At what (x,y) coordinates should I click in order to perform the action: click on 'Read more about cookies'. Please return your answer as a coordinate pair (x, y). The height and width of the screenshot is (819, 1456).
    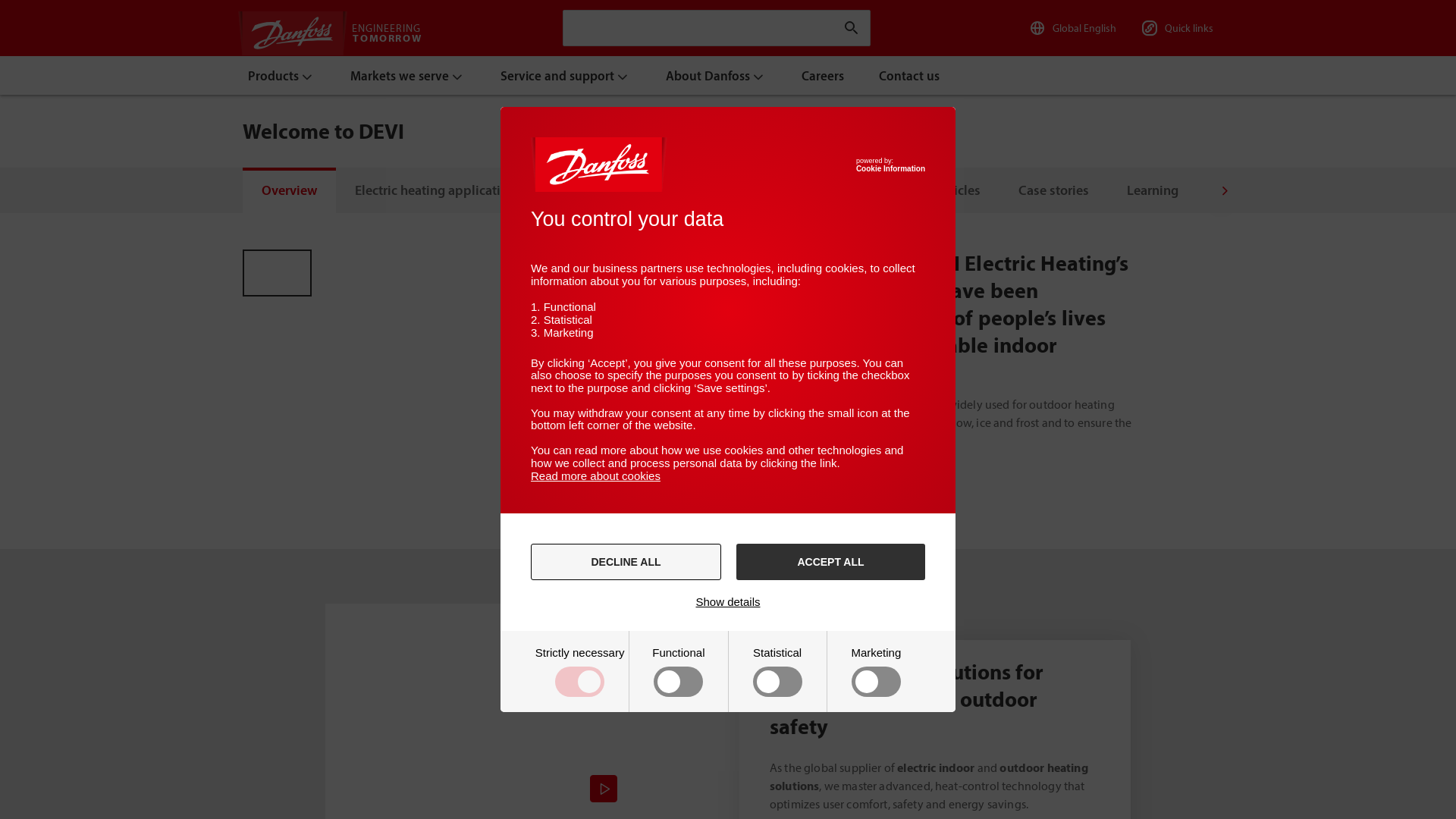
    Looking at the image, I should click on (595, 475).